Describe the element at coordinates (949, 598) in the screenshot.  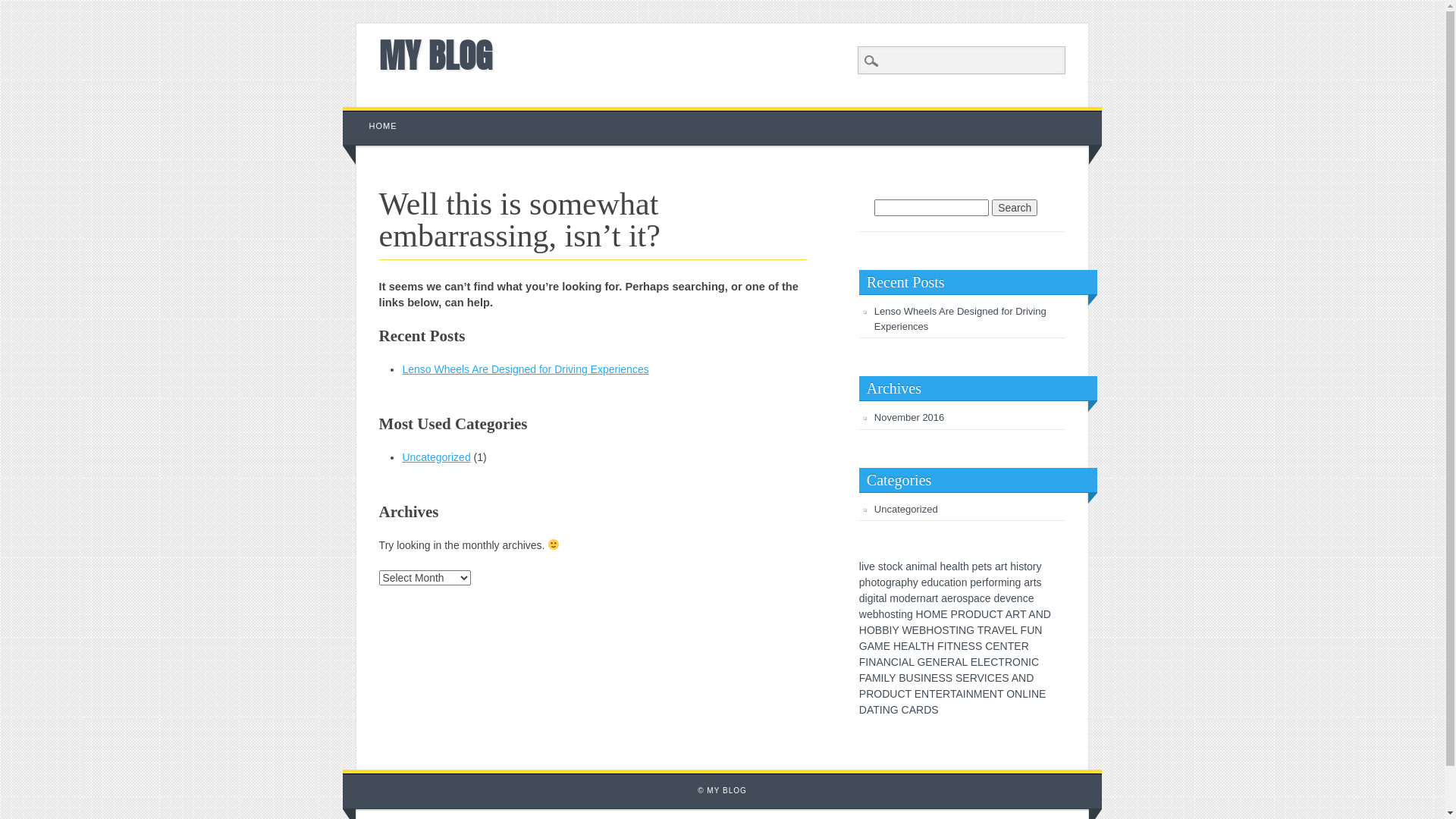
I see `'e'` at that location.